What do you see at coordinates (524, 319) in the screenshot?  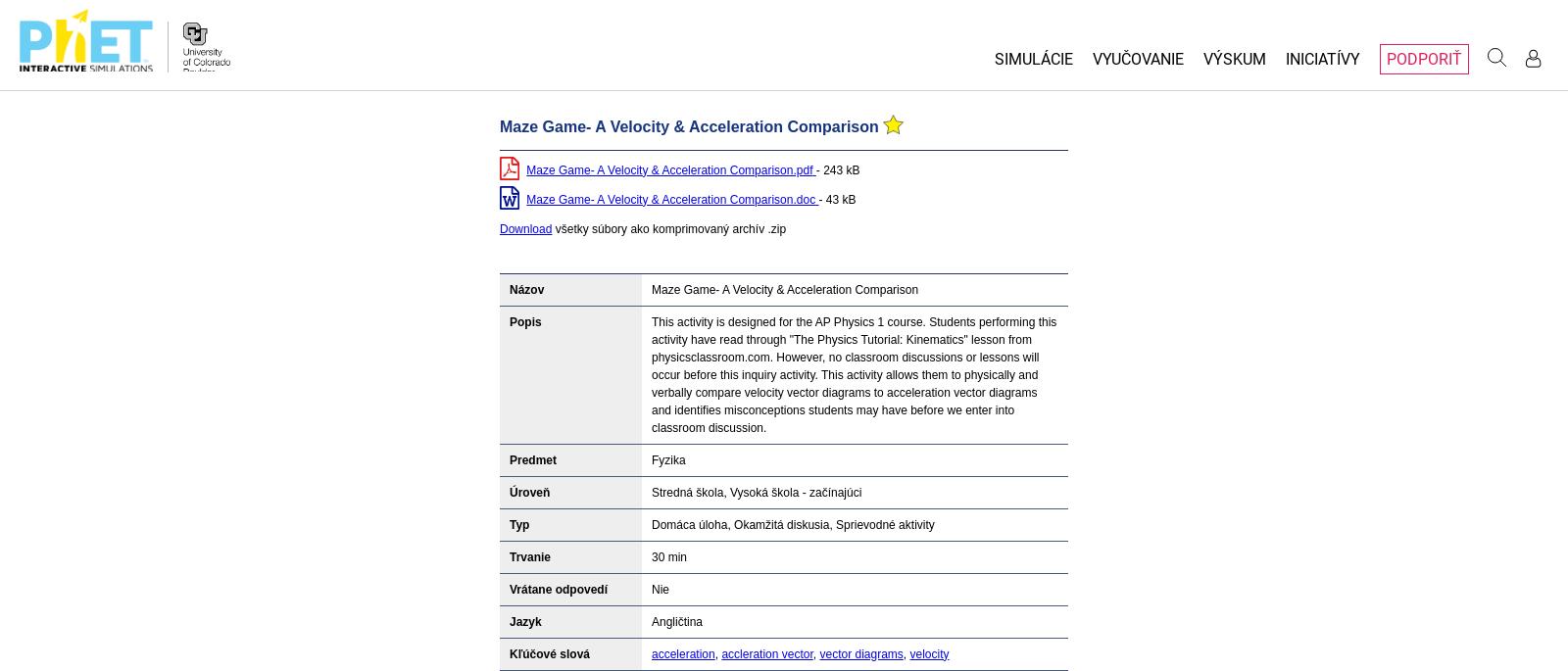 I see `'Popis'` at bounding box center [524, 319].